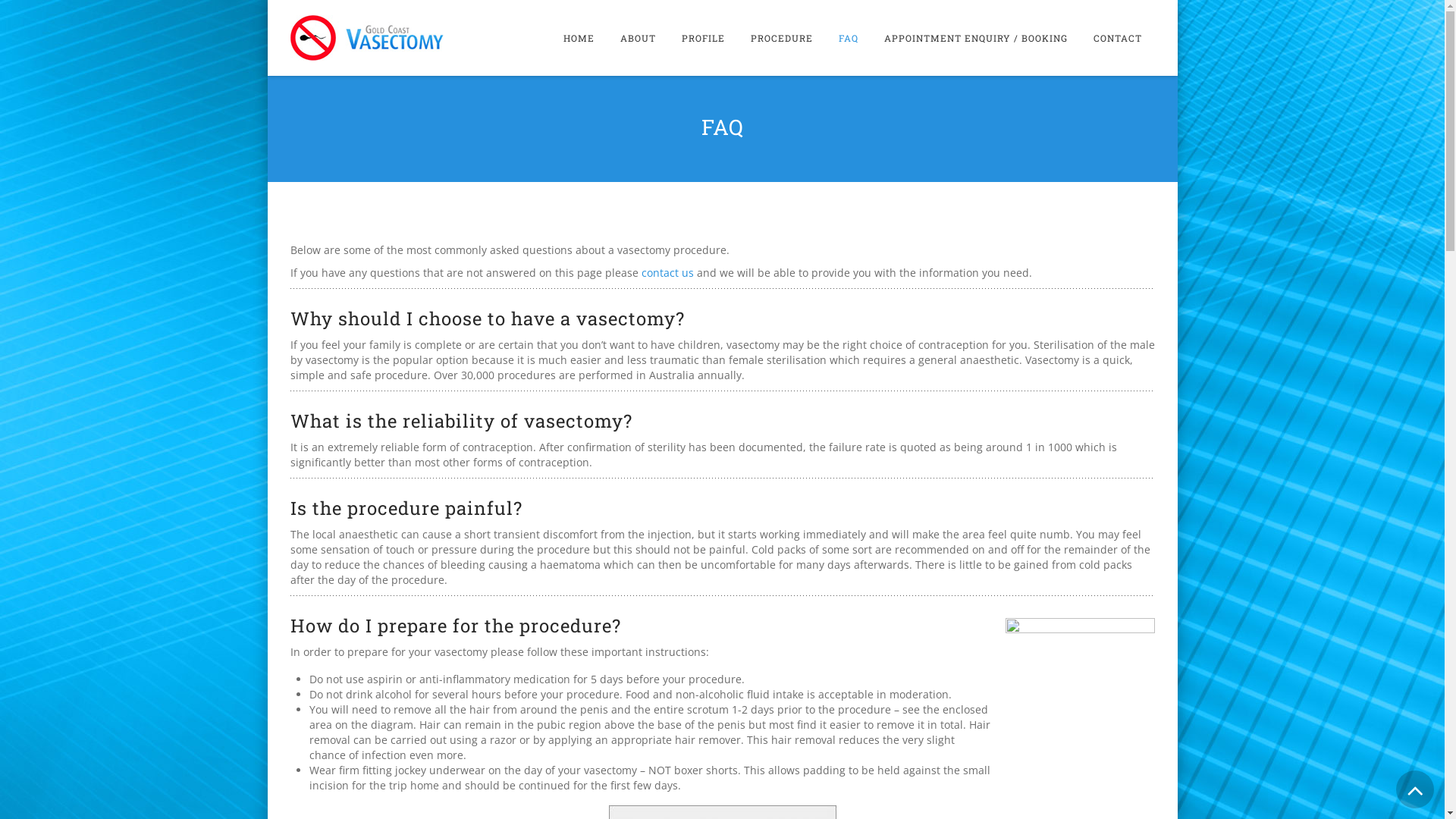  What do you see at coordinates (637, 37) in the screenshot?
I see `'ABOUT'` at bounding box center [637, 37].